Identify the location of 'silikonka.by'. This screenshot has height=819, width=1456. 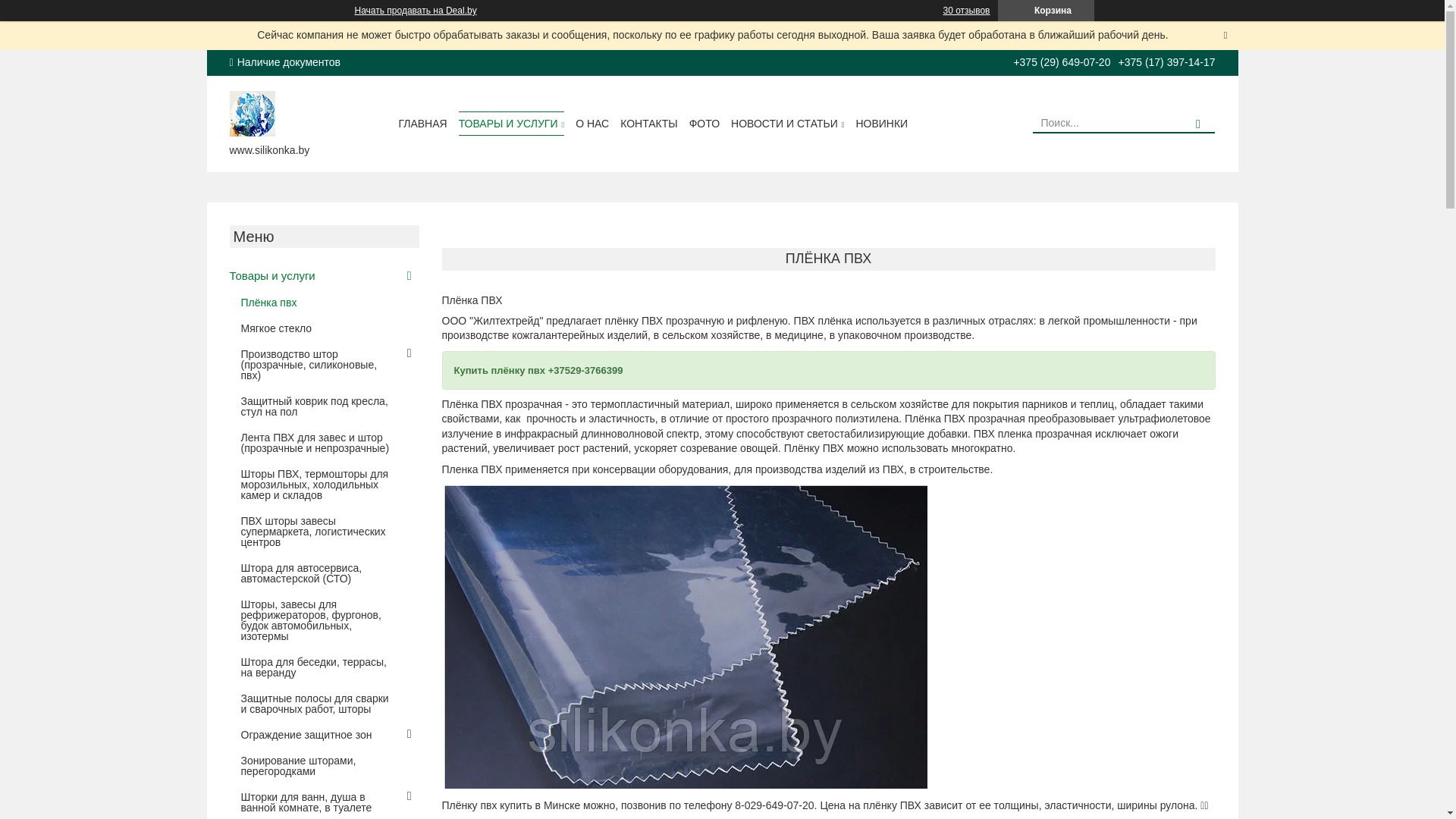
(228, 111).